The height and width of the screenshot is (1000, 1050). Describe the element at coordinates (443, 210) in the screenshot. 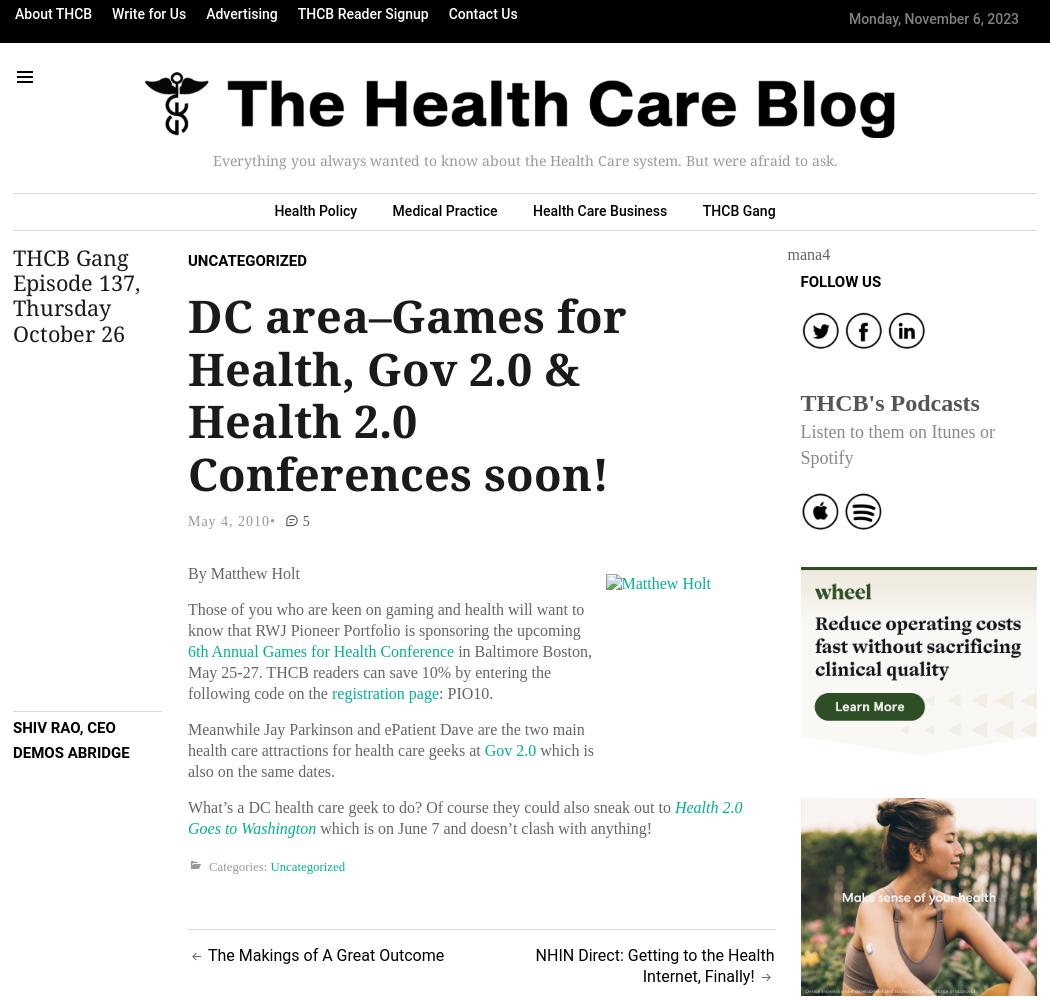

I see `'Medical Practice'` at that location.